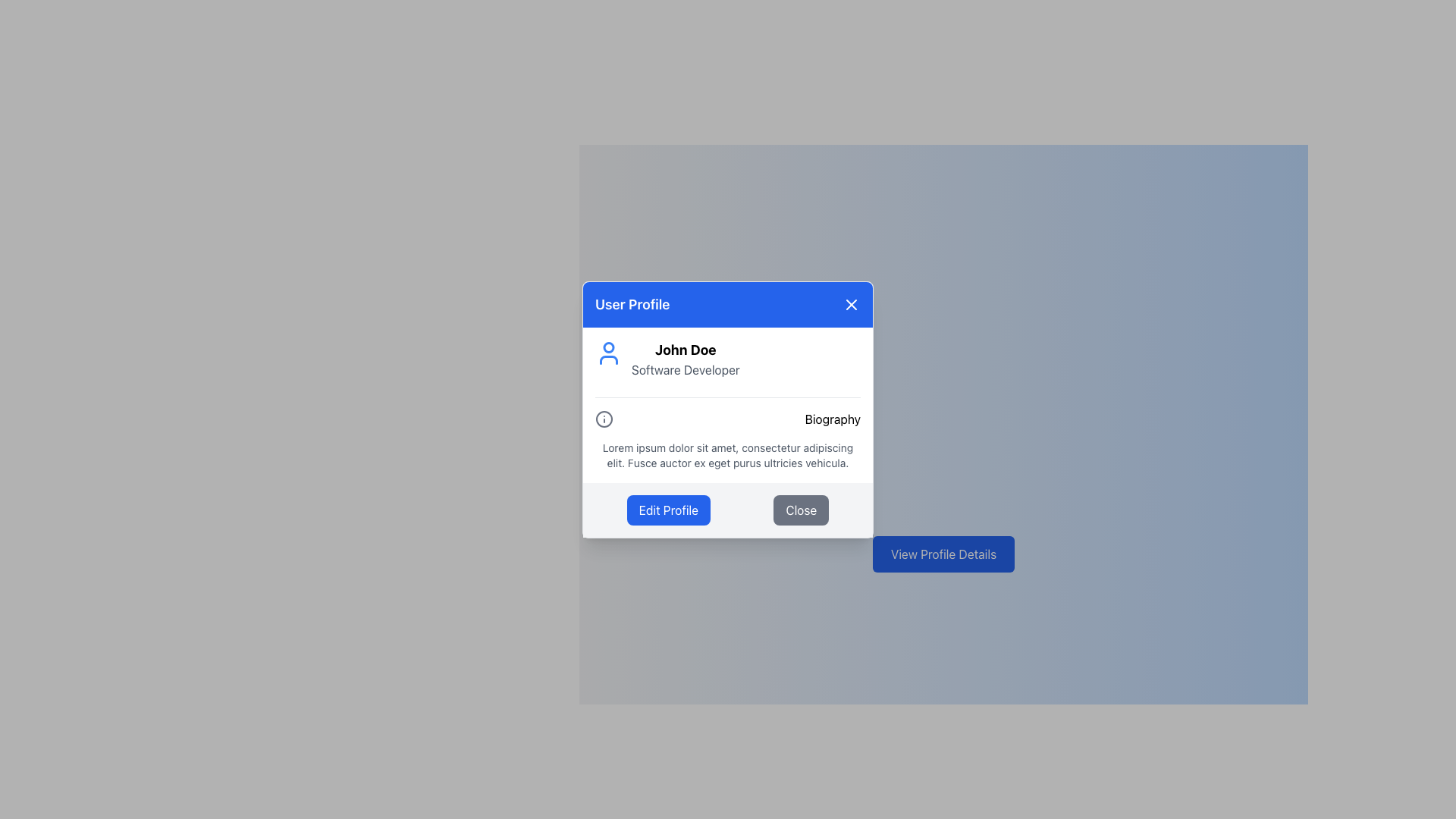  What do you see at coordinates (852, 304) in the screenshot?
I see `the 'X' icon in the top-right corner of the 'User Profile' card` at bounding box center [852, 304].